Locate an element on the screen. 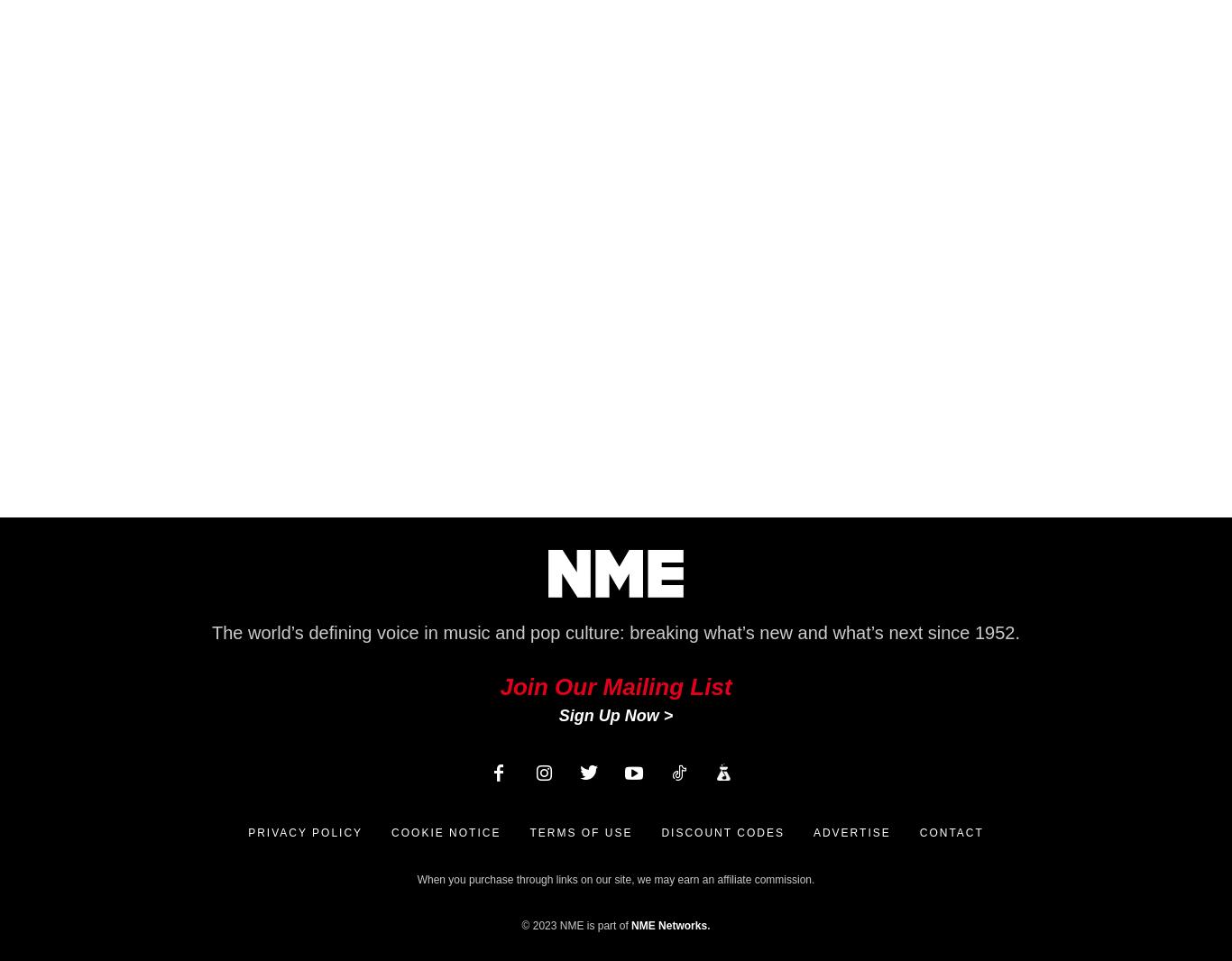  'Cookie Notice' is located at coordinates (390, 833).